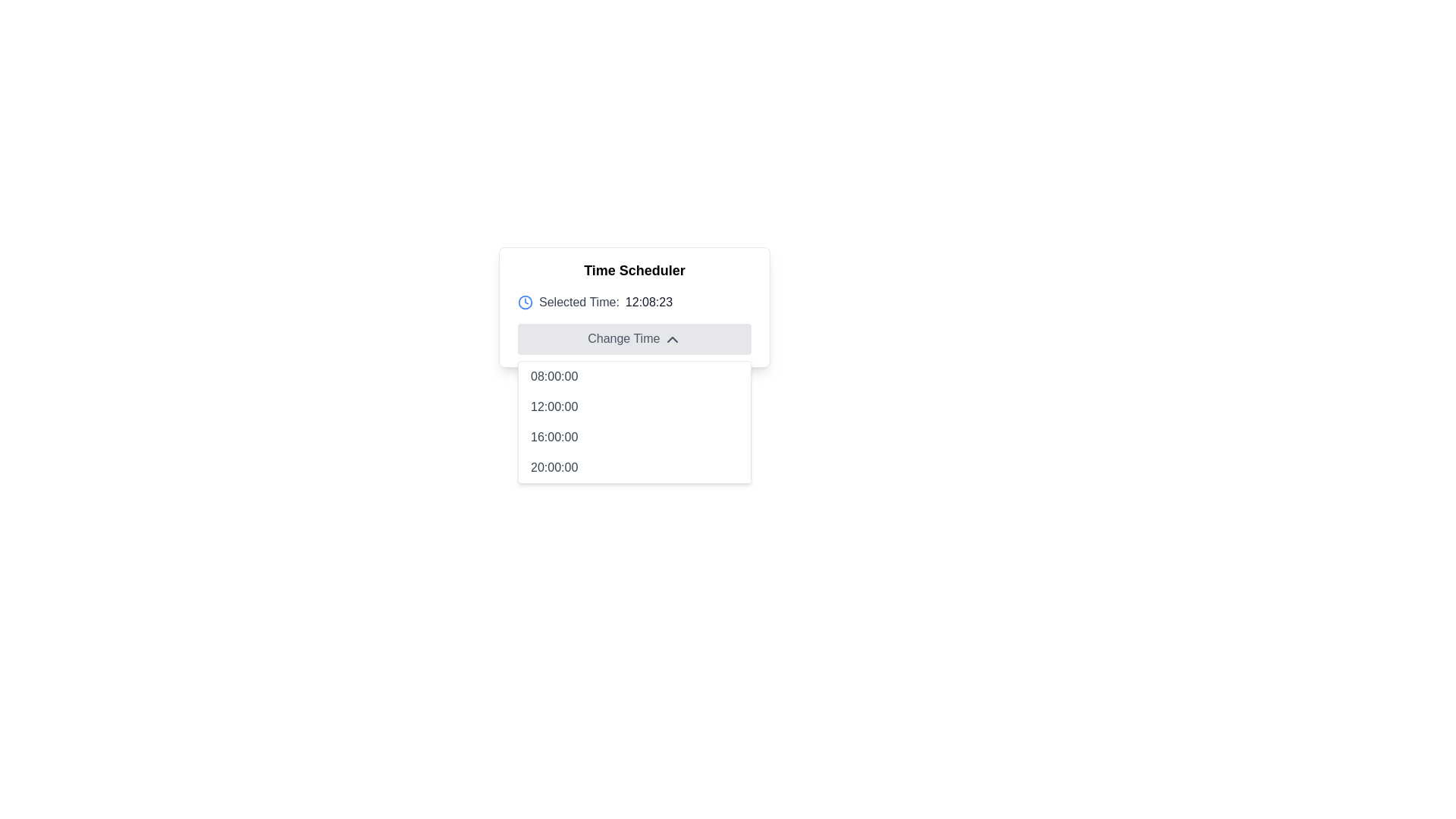 The width and height of the screenshot is (1456, 819). I want to click on the clock icon, which is a blue circular outline with a hand pointing towards the center, located to the left of the text 'Selected Time: 12:08:23', so click(525, 302).